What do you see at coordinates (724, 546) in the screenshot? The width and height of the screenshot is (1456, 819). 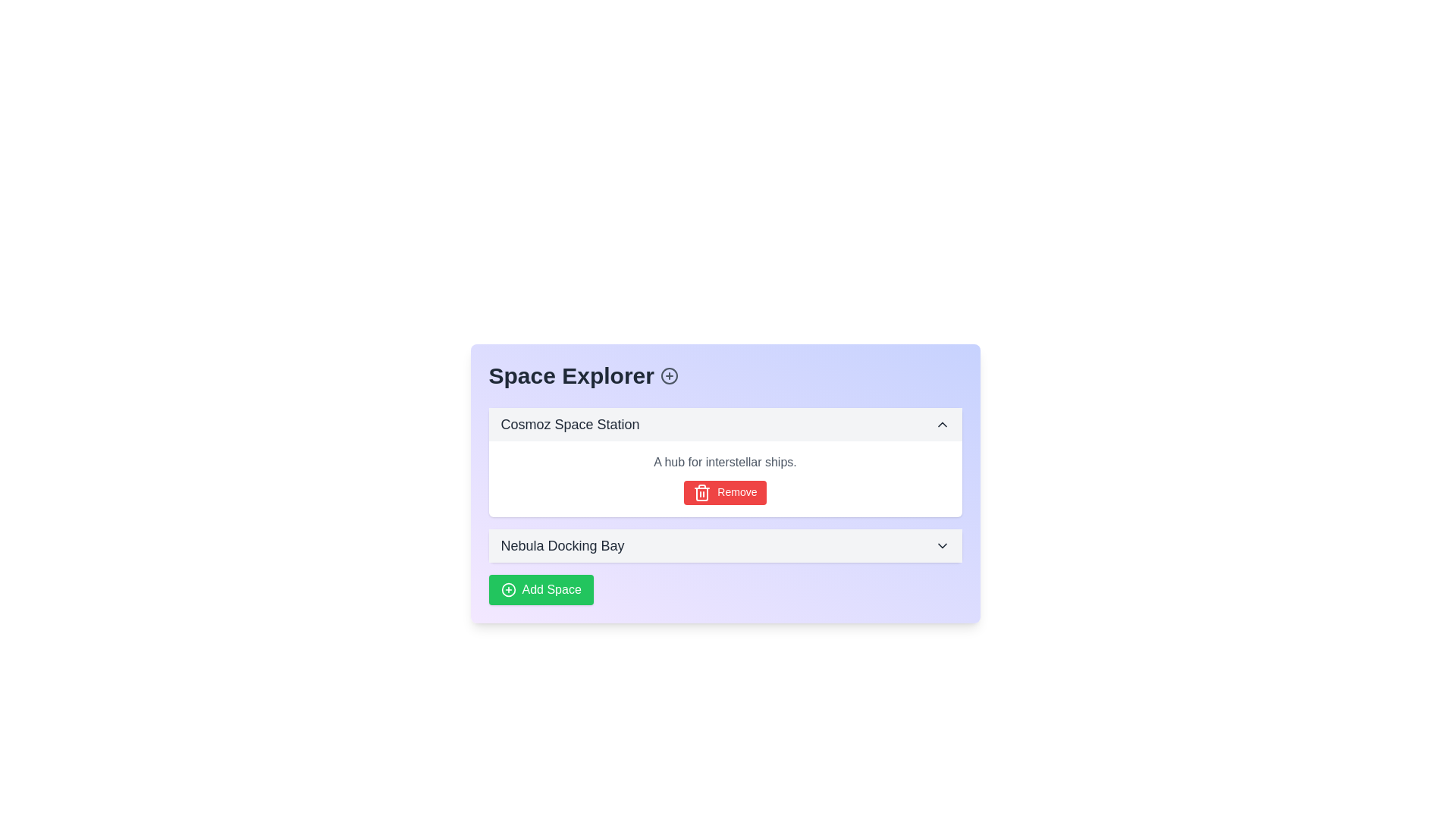 I see `the dropdown menu labeled 'Nebula Docking Bay'` at bounding box center [724, 546].